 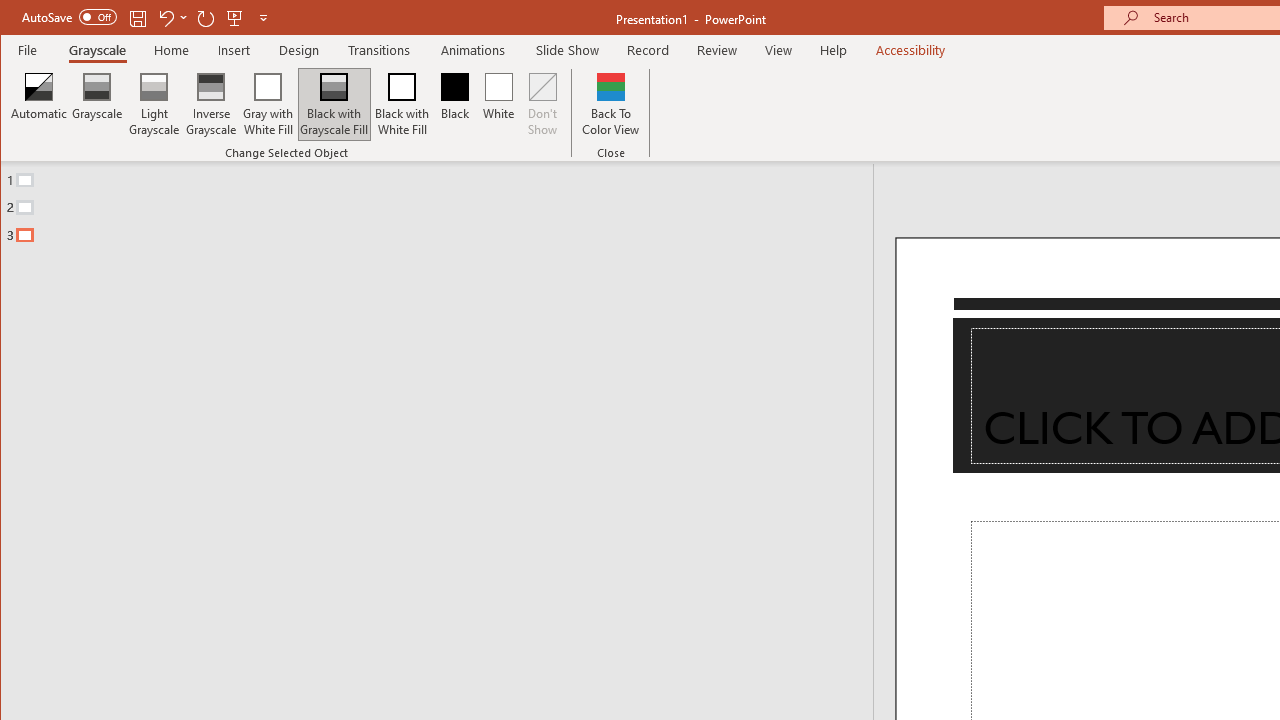 What do you see at coordinates (211, 104) in the screenshot?
I see `'Inverse Grayscale'` at bounding box center [211, 104].